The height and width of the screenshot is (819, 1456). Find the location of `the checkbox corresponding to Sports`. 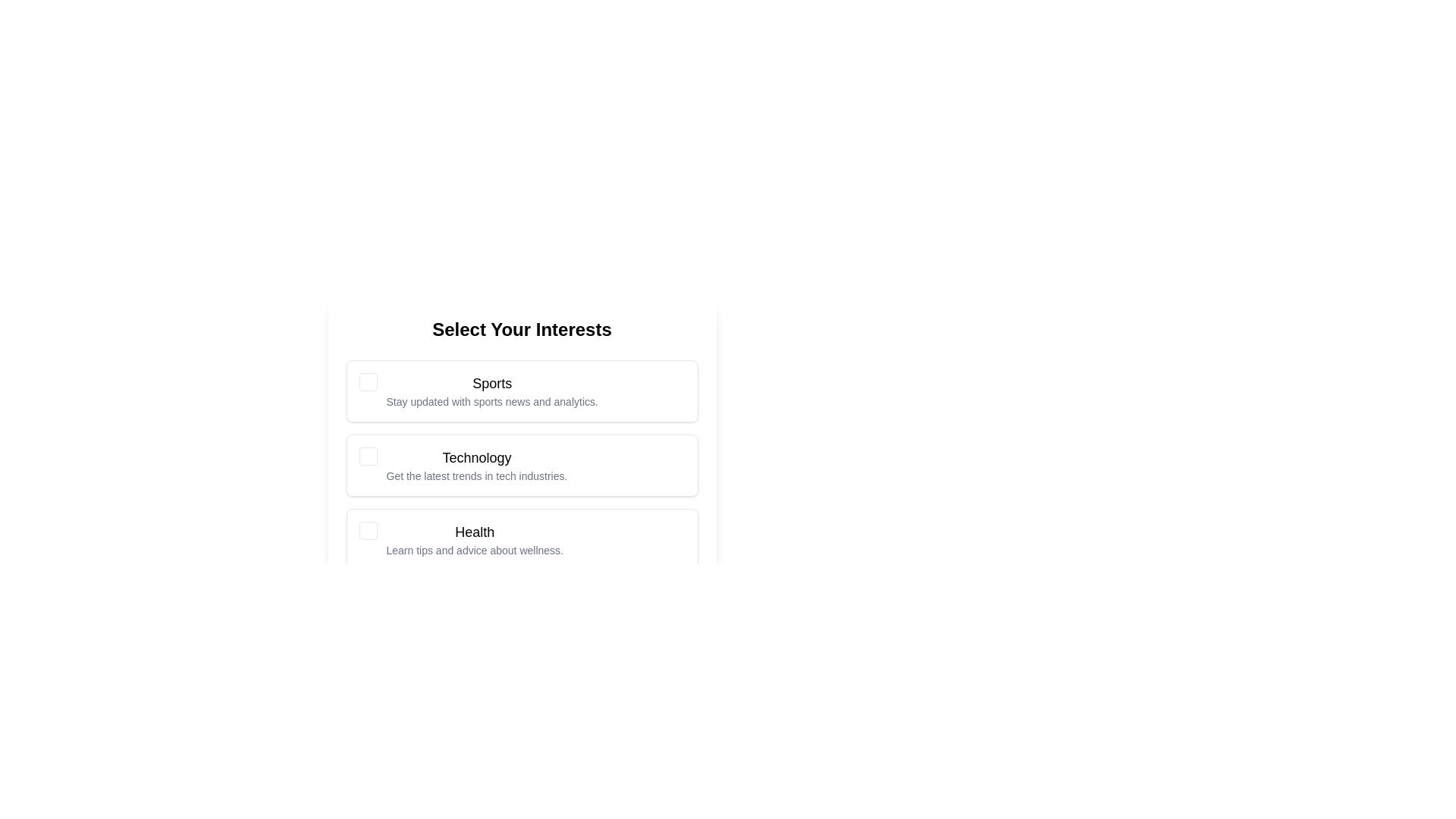

the checkbox corresponding to Sports is located at coordinates (368, 381).